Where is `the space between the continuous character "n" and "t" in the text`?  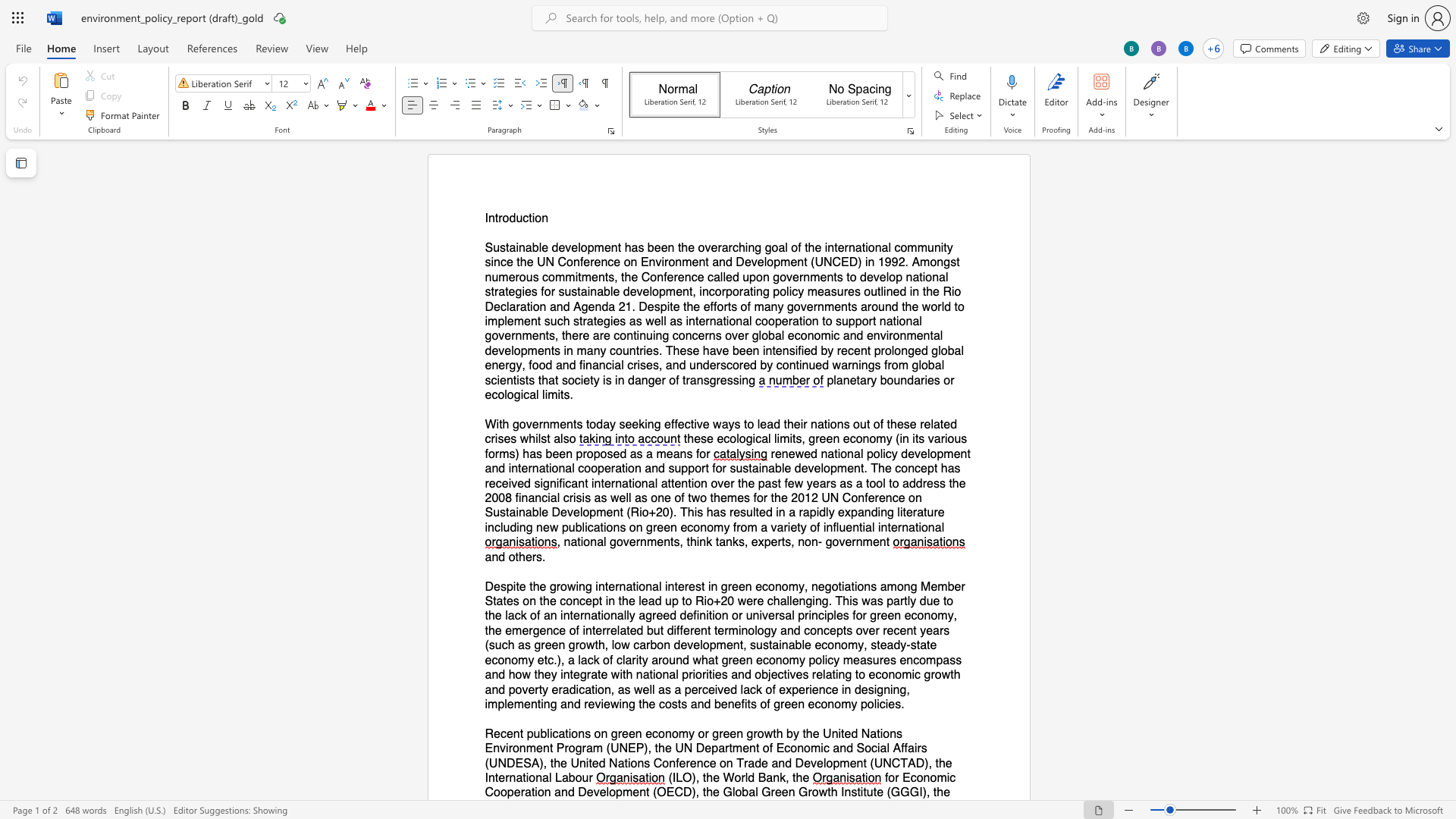 the space between the continuous character "n" and "t" in the text is located at coordinates (571, 424).